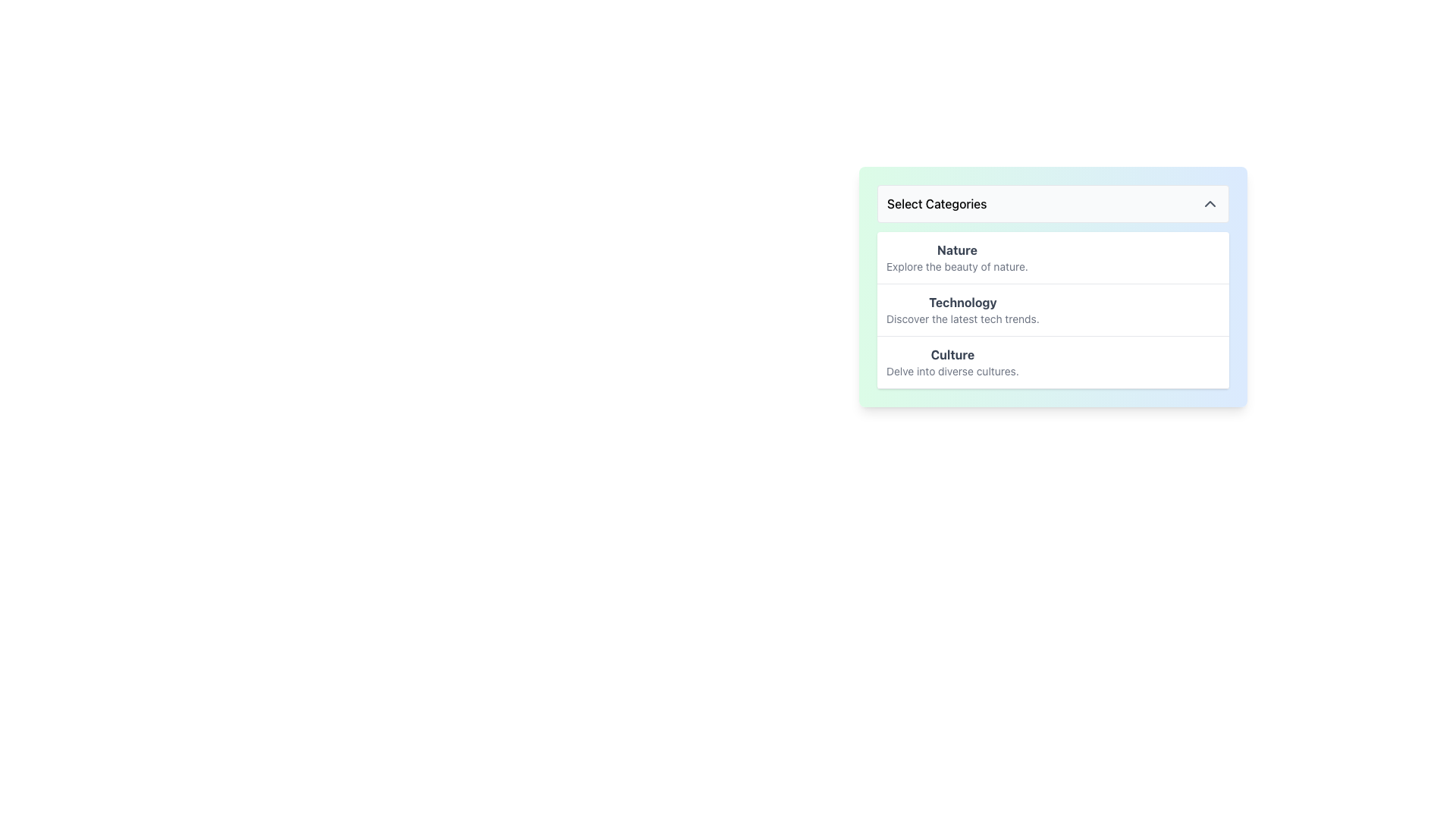 The width and height of the screenshot is (1456, 819). I want to click on the Text Label that provides descriptive information about the 'Nature' category, located directly below the 'Nature' heading in the card-like structure, which is positioned in the center-right portion of the interface, so click(956, 265).